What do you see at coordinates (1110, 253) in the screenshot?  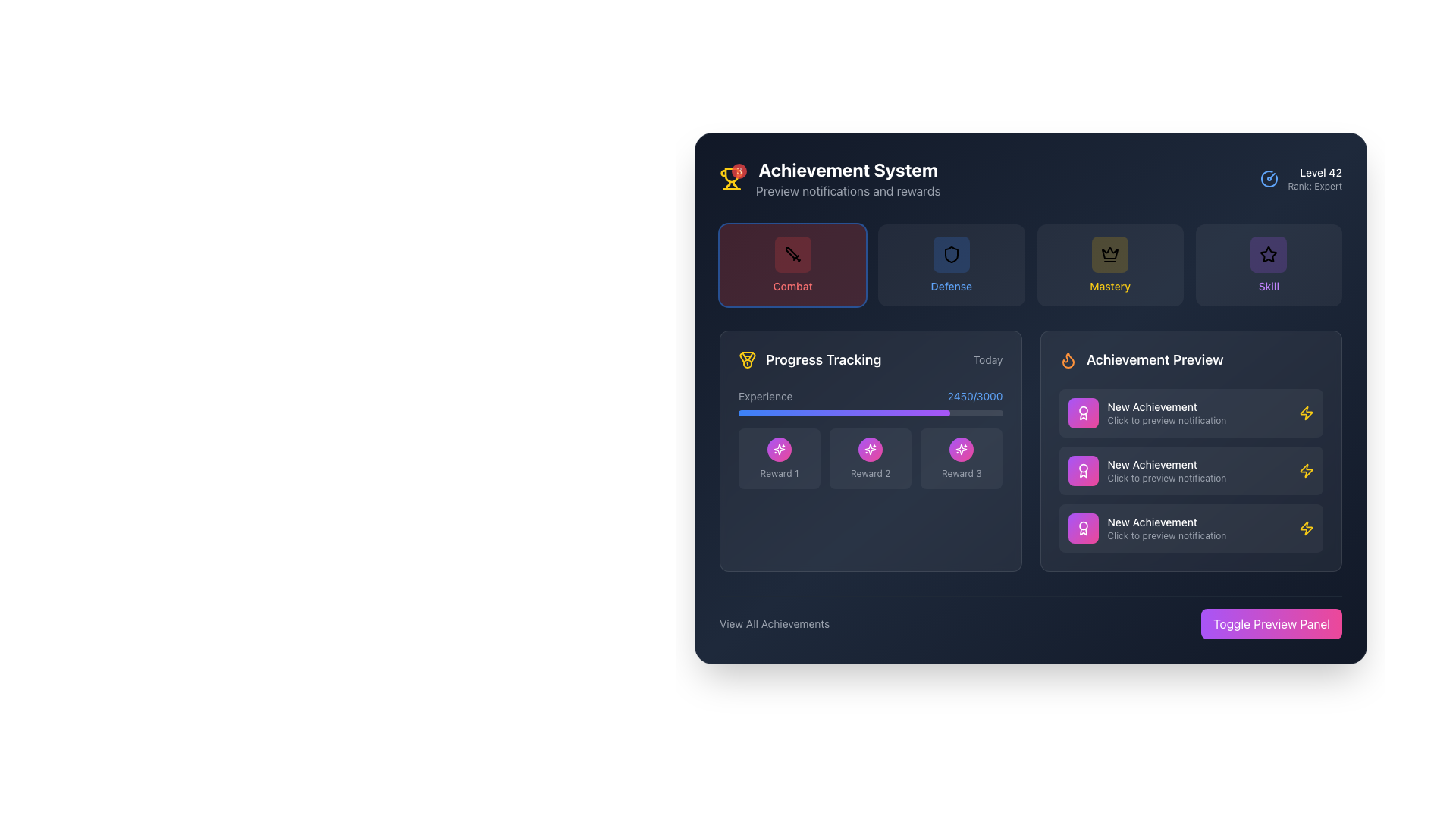 I see `the 'Mastery' category icon, which is the main icon in the top row of categories` at bounding box center [1110, 253].